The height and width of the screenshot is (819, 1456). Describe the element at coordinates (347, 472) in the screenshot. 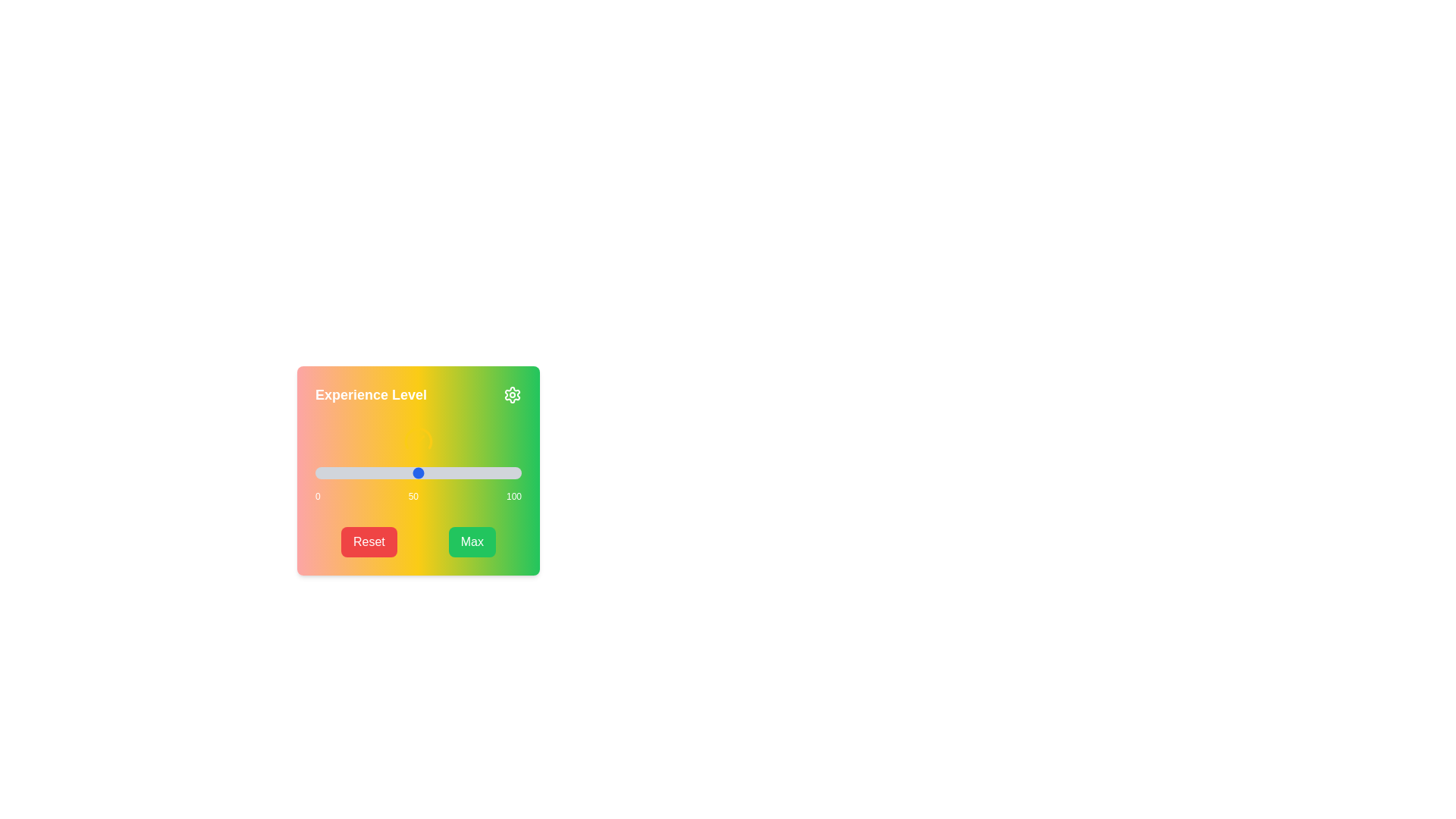

I see `the slider to set the value to 16` at that location.